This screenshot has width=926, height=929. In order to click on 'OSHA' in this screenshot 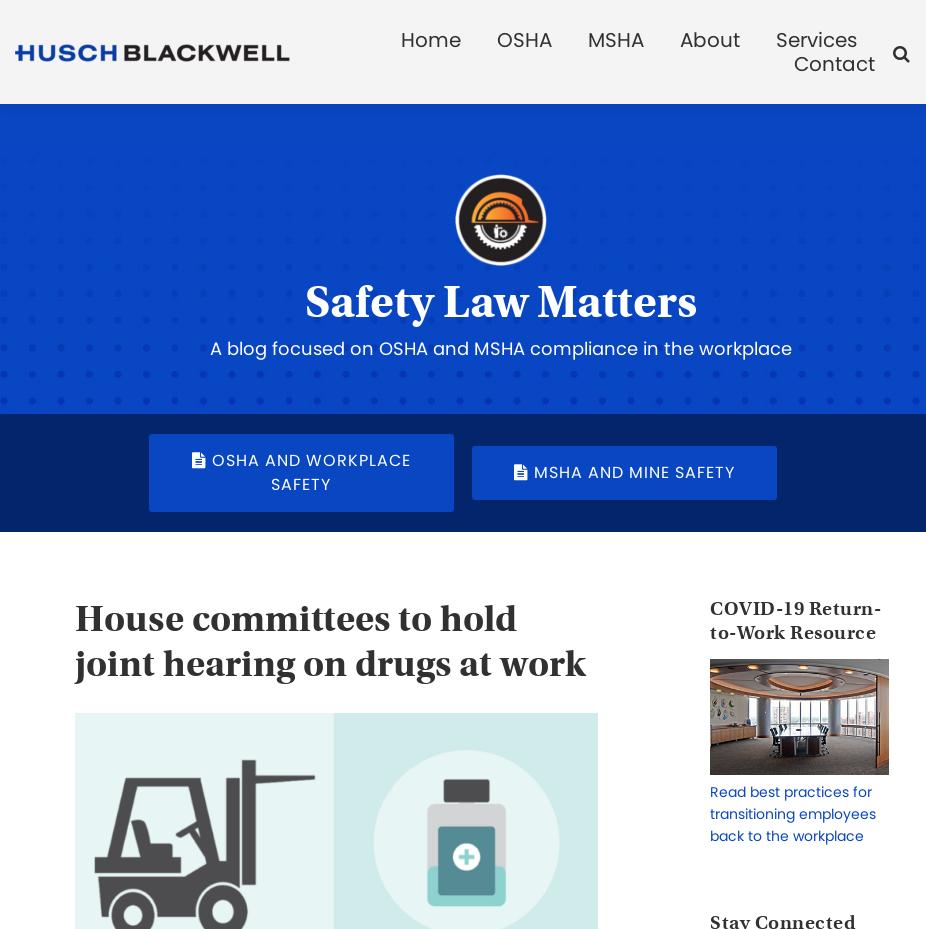, I will do `click(523, 39)`.